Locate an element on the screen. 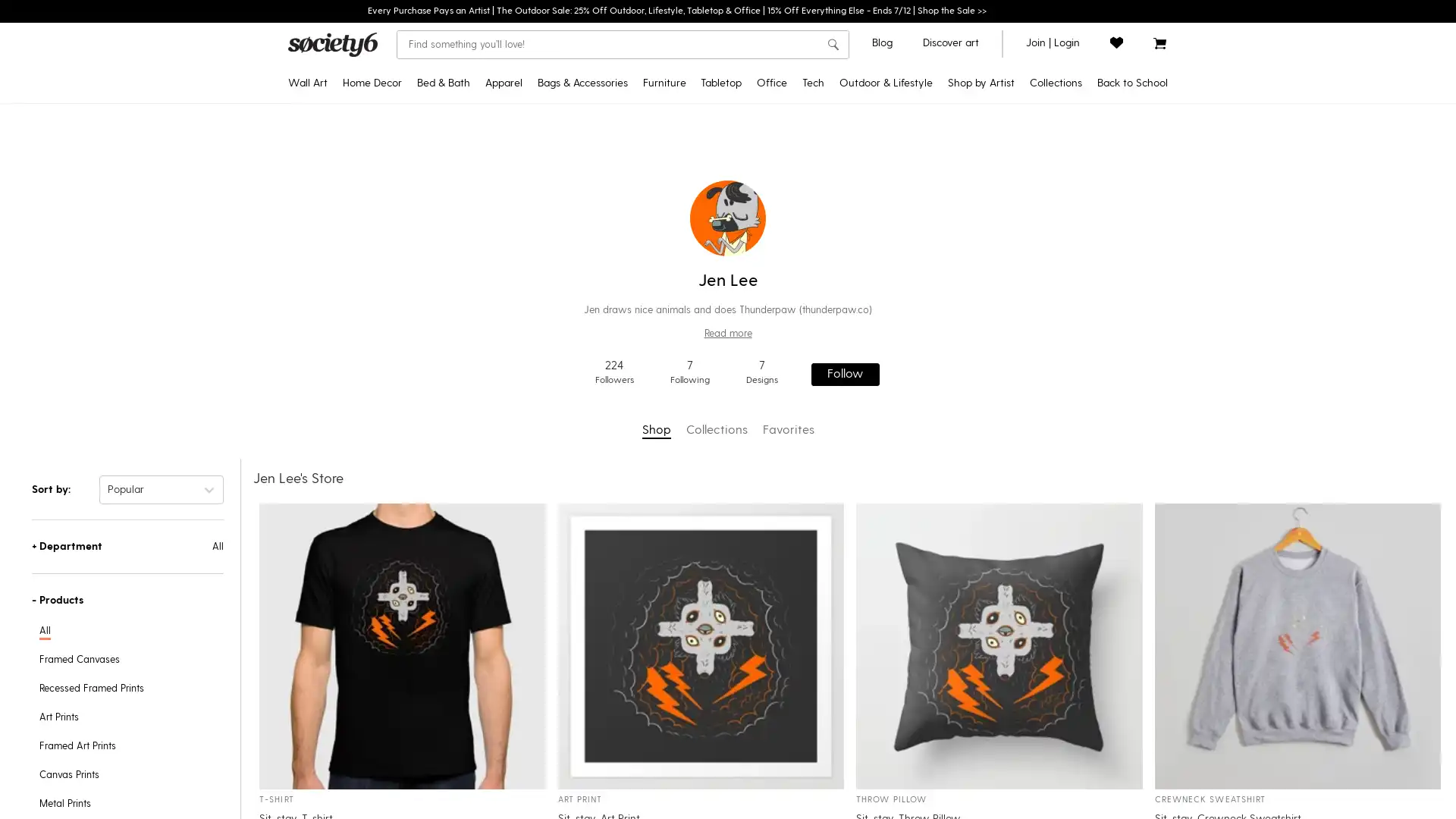  Shower Curtains is located at coordinates (475, 194).